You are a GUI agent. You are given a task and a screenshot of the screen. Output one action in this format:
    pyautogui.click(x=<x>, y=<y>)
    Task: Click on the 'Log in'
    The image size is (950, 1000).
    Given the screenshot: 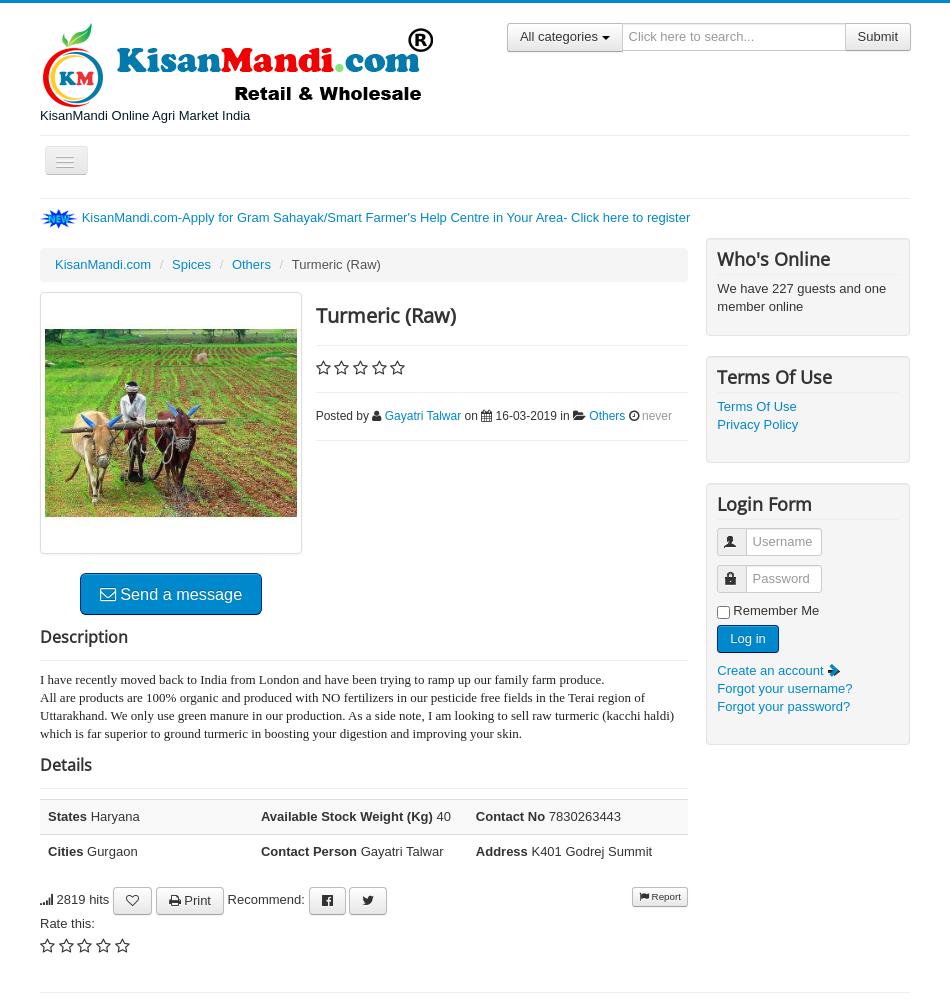 What is the action you would take?
    pyautogui.click(x=746, y=638)
    